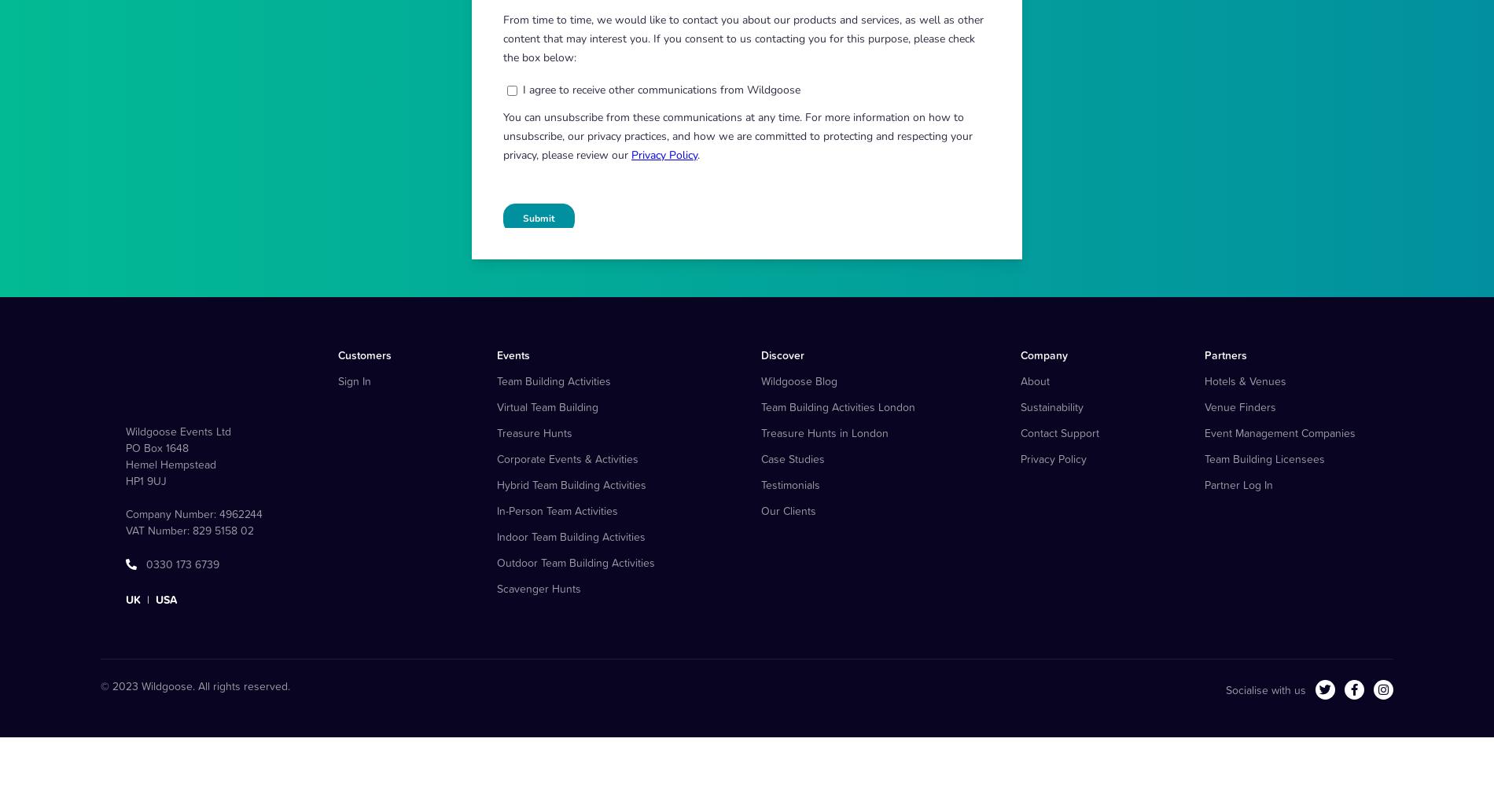 This screenshot has width=1494, height=812. I want to click on 'Treasure Hunts', so click(535, 509).